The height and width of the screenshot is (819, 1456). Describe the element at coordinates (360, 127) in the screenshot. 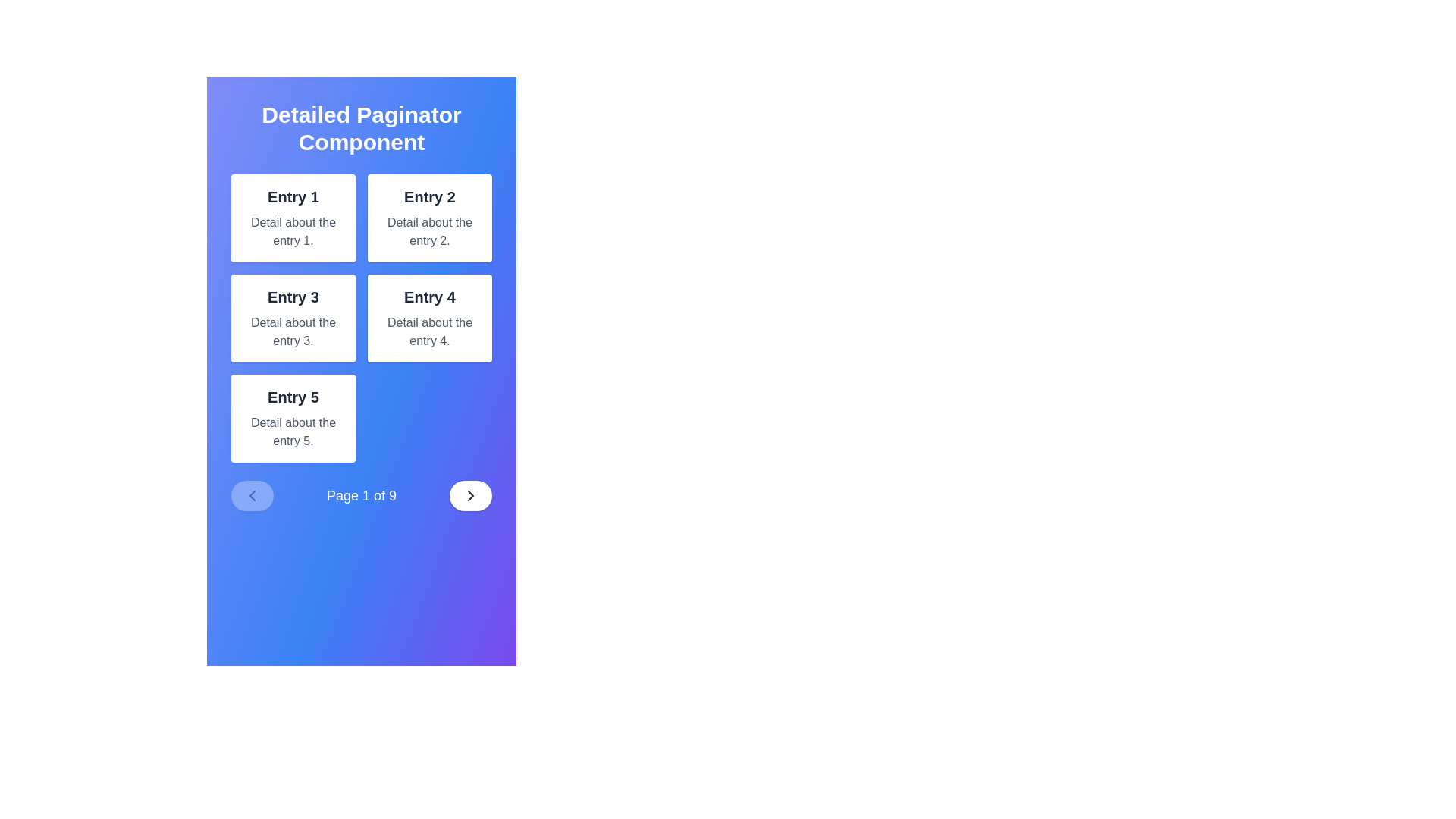

I see `text element displaying 'Detailed Paginator Component' at the top of the page for further details` at that location.